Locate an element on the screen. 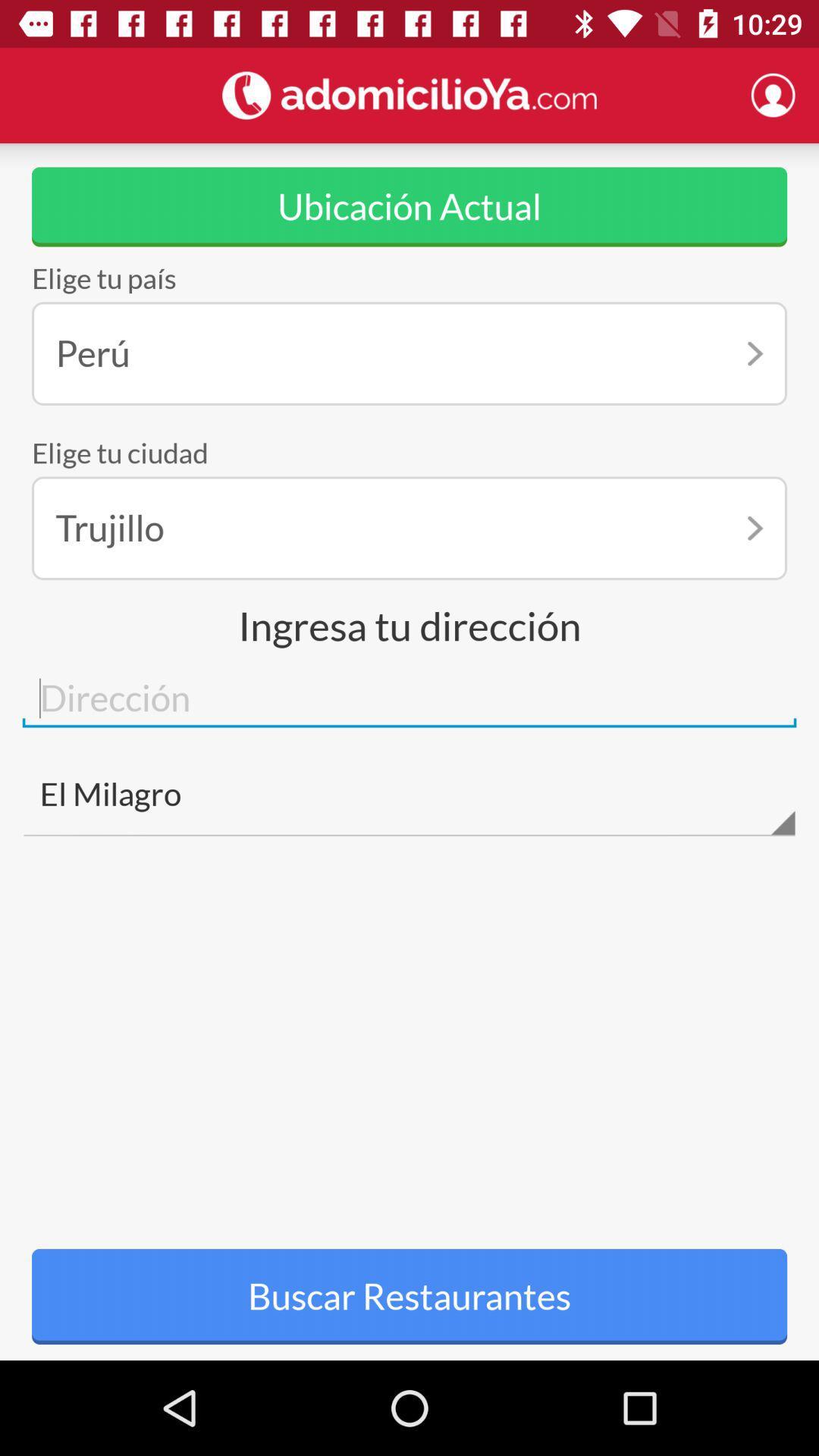 The height and width of the screenshot is (1456, 819). profile is located at coordinates (773, 94).